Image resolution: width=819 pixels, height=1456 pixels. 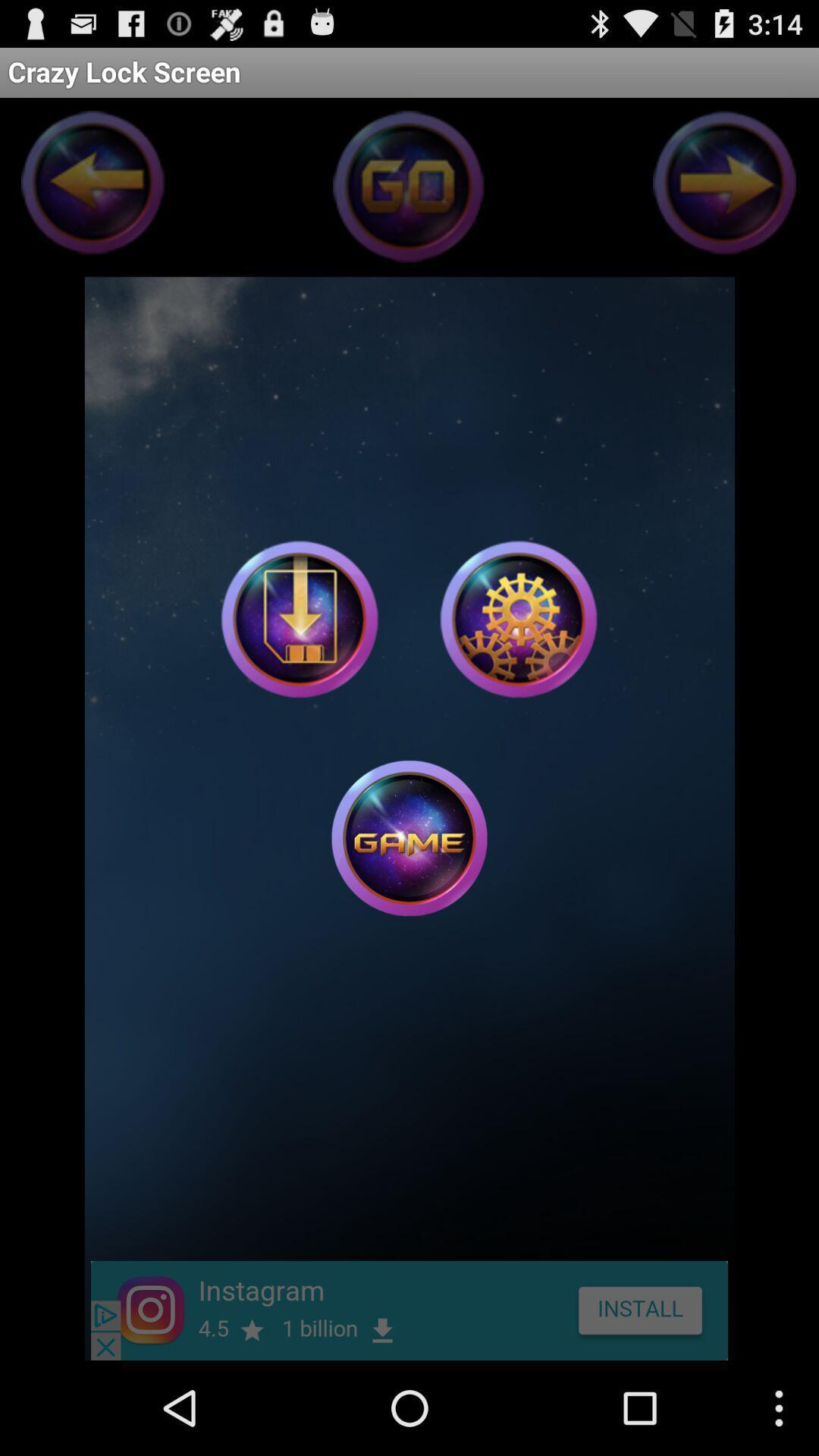 What do you see at coordinates (300, 619) in the screenshot?
I see `download game button` at bounding box center [300, 619].